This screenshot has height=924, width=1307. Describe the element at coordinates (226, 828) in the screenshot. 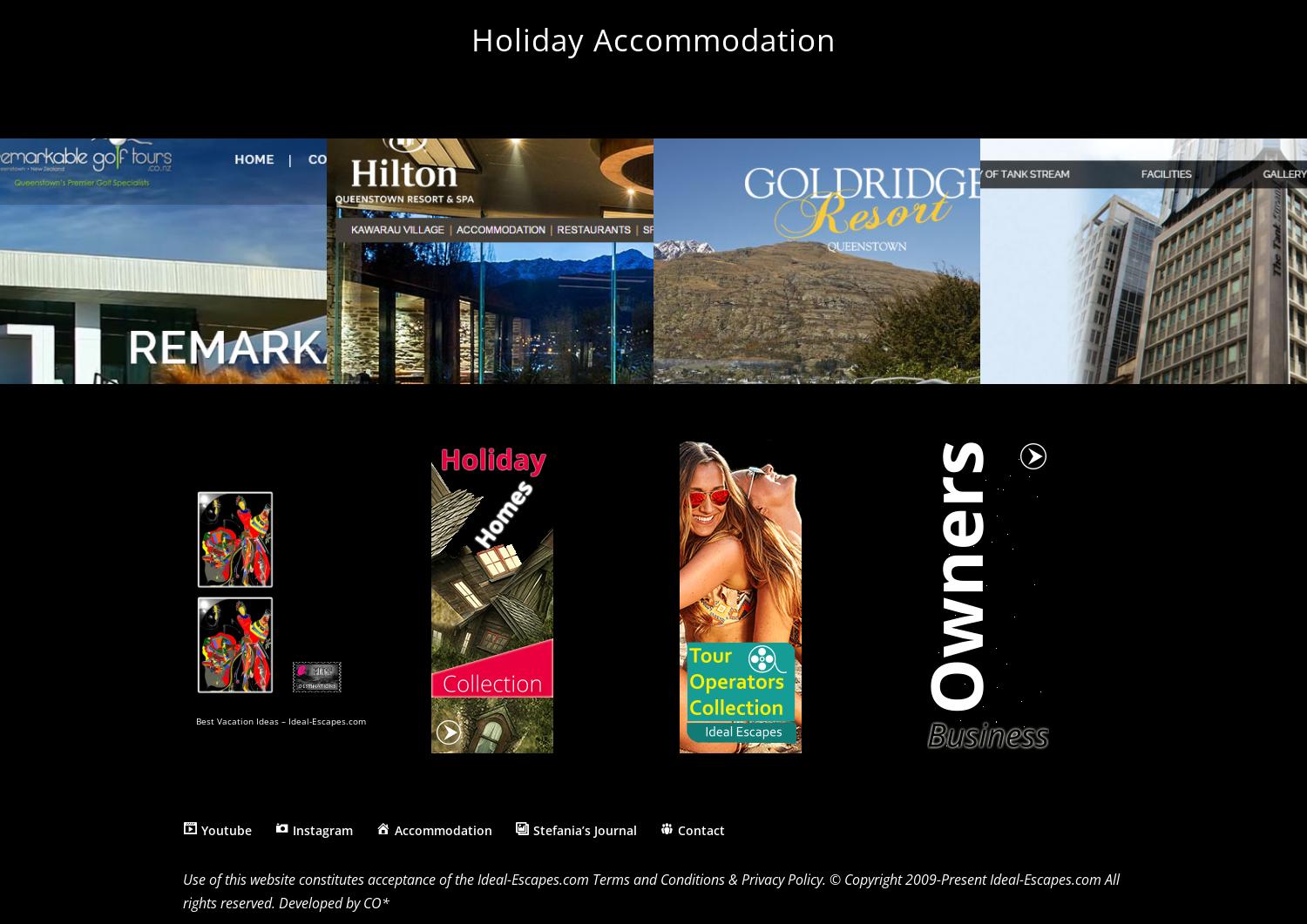

I see `'Youtube'` at that location.